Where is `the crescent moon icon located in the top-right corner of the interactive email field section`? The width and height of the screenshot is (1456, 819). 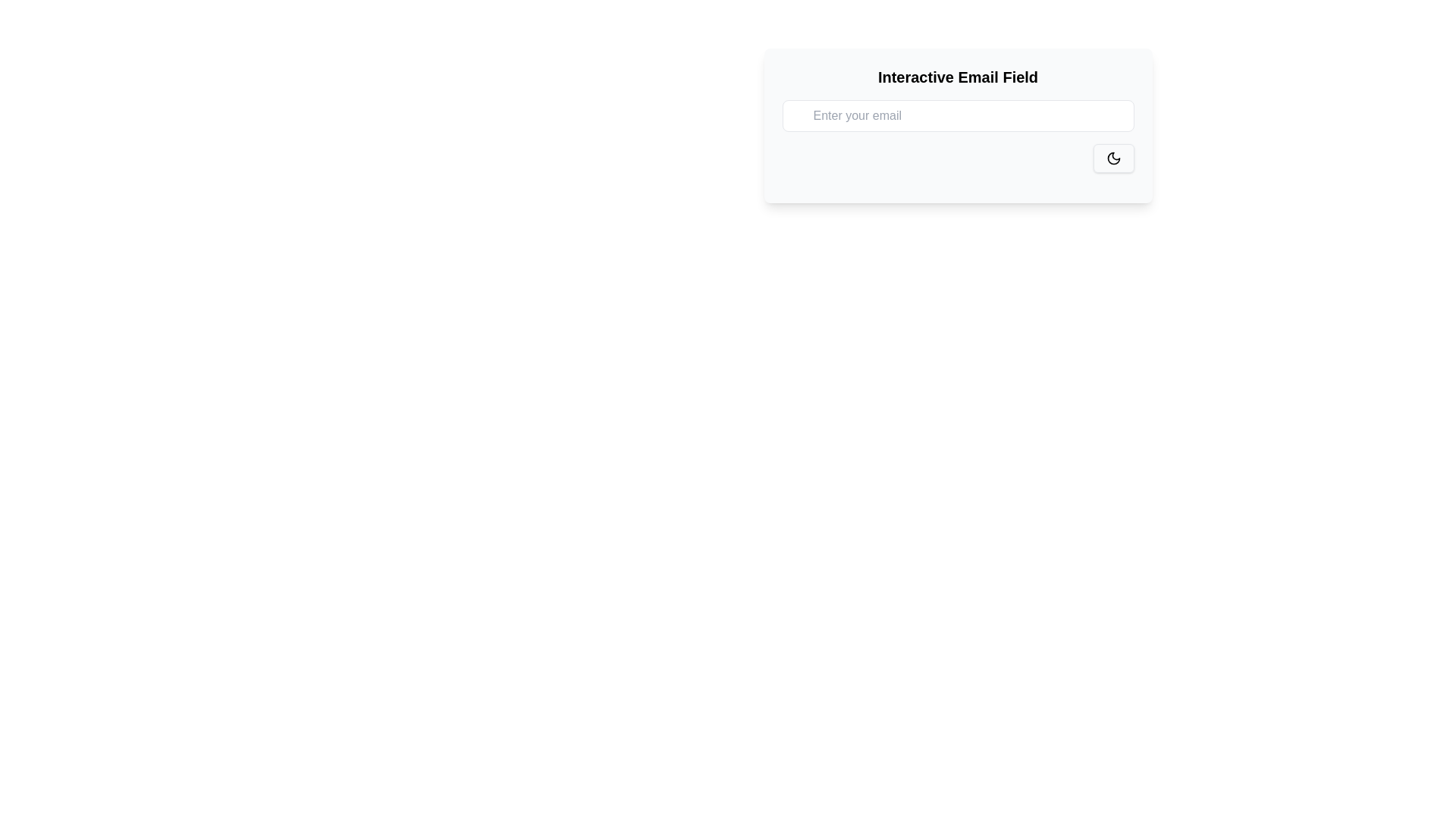 the crescent moon icon located in the top-right corner of the interactive email field section is located at coordinates (1113, 158).